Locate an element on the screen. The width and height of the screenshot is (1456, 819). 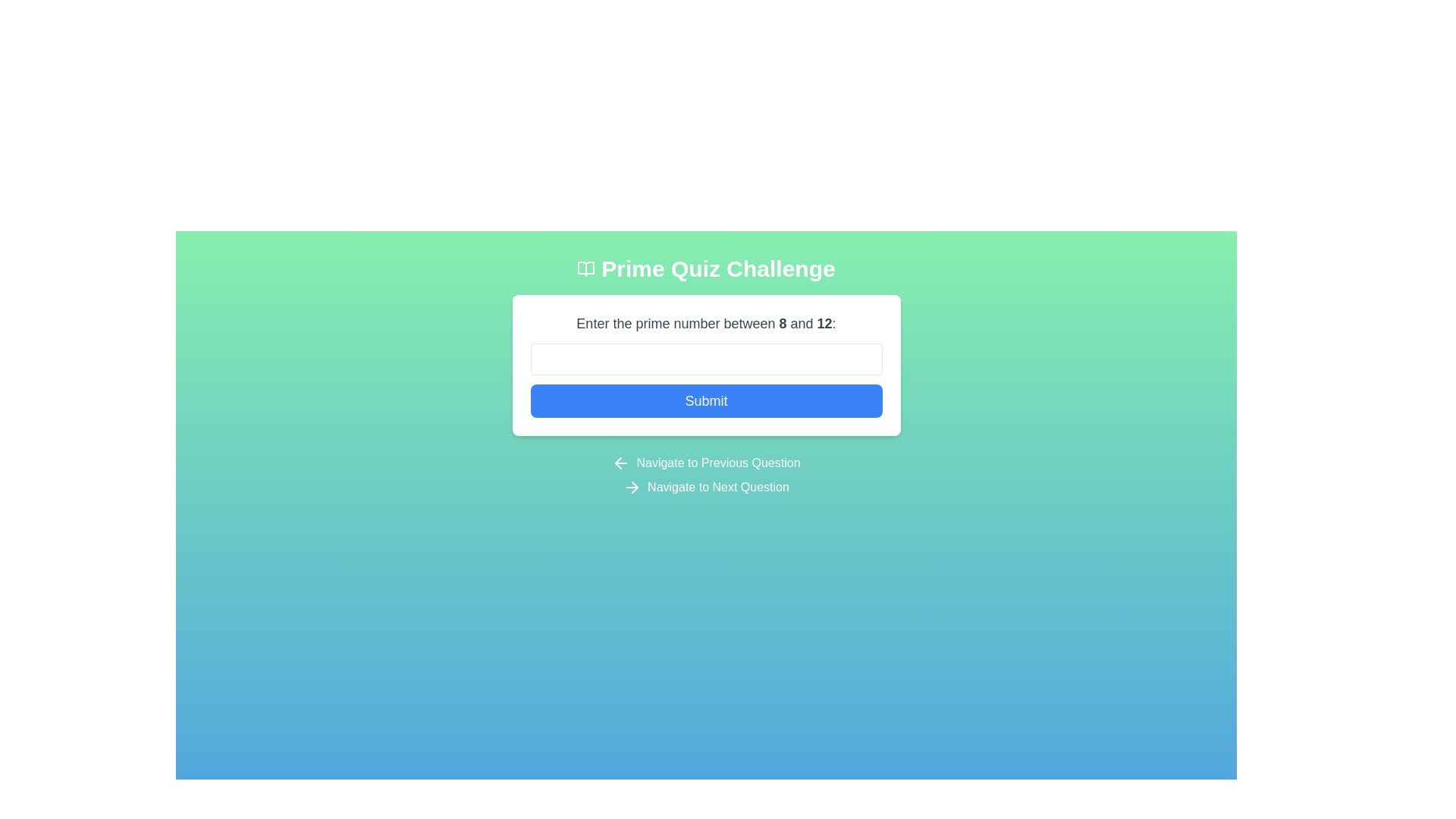
the text label 'Navigate to Previous Question' is located at coordinates (717, 462).